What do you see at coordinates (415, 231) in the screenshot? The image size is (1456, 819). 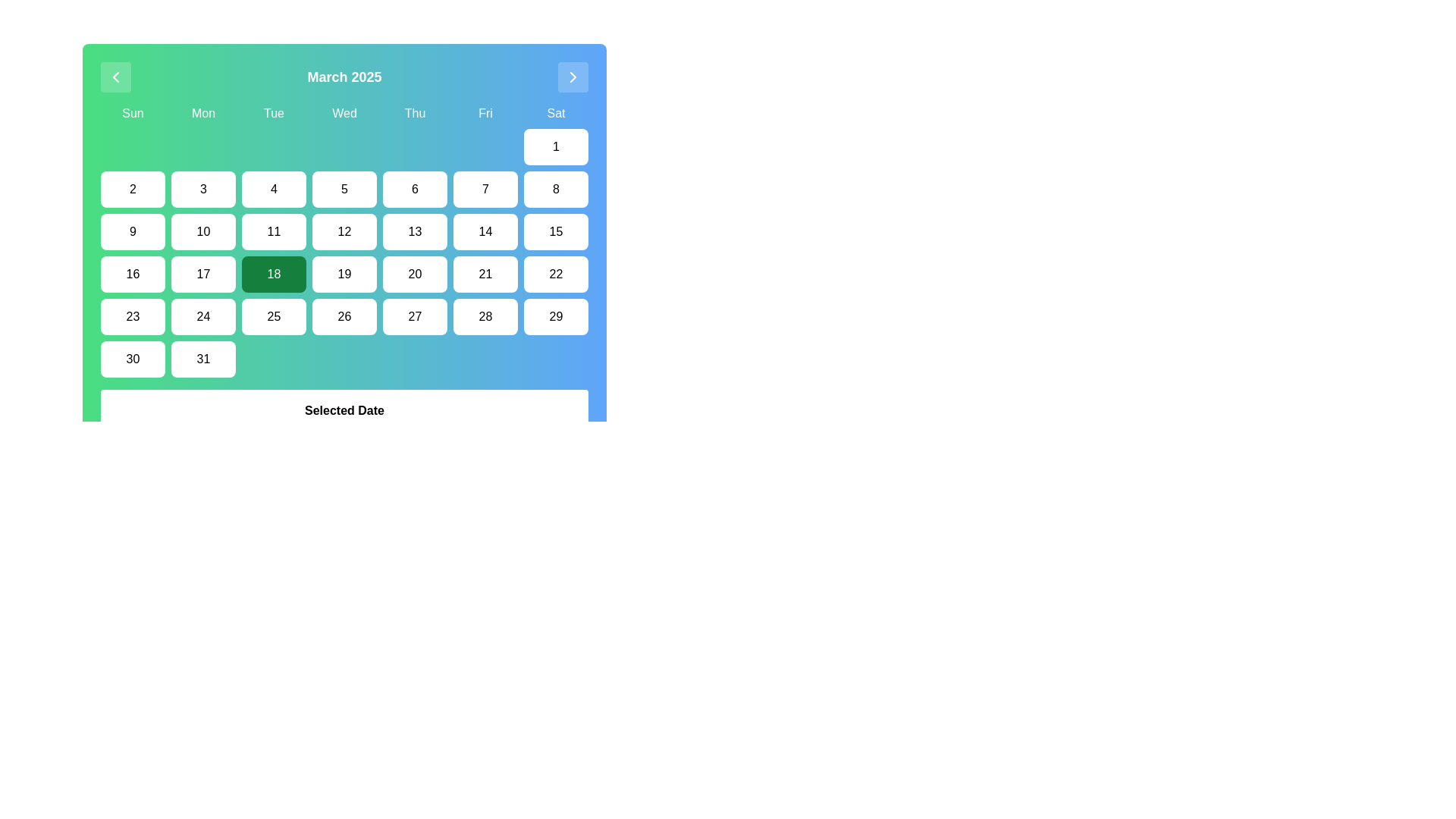 I see `the calendar button representing 'Thu' in the third row, fifth cell` at bounding box center [415, 231].